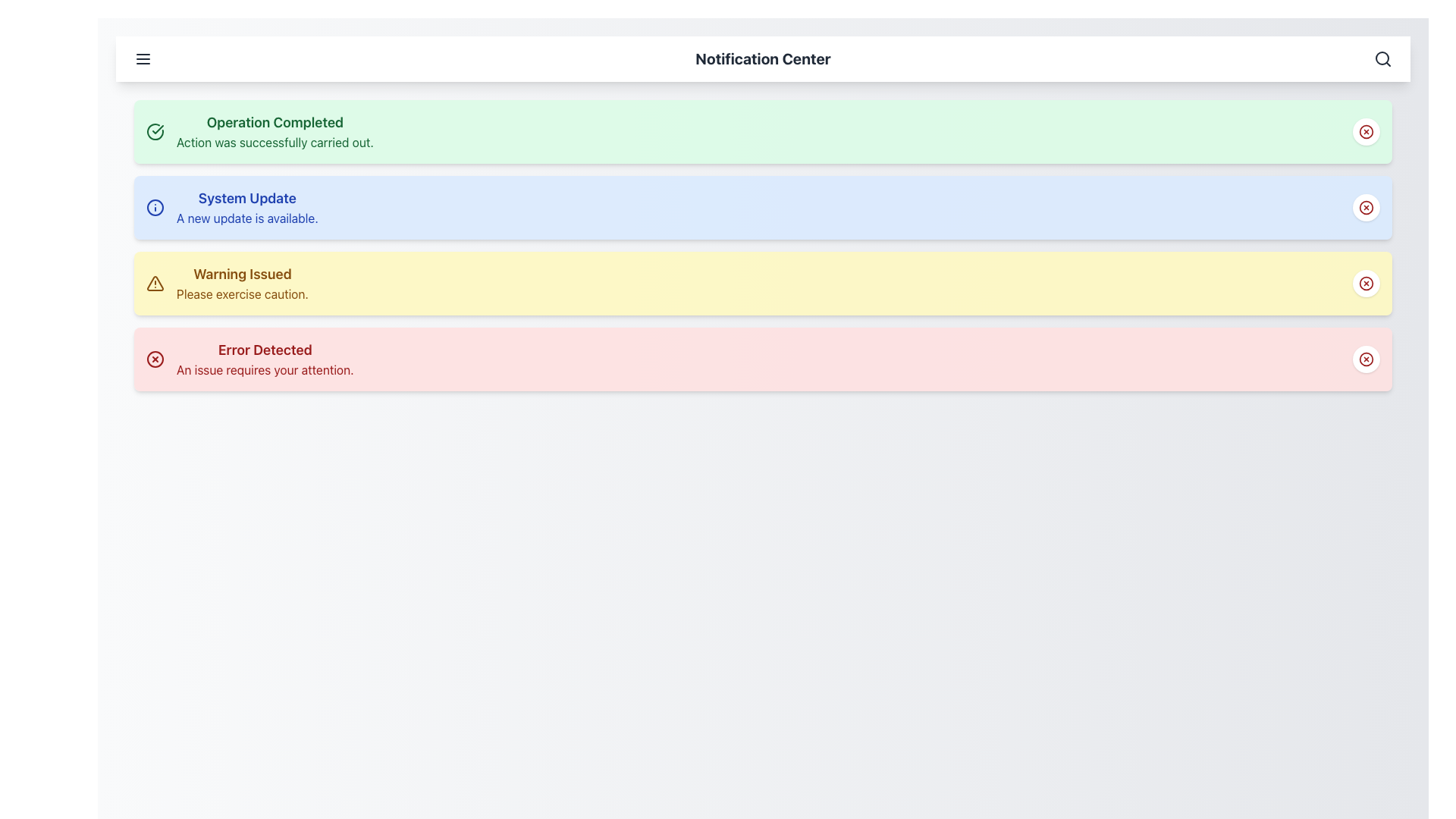 This screenshot has height=819, width=1456. Describe the element at coordinates (1366, 207) in the screenshot. I see `the circular button with a red 'X' icon located at the top-right corner of the 'System Update' notification card` at that location.